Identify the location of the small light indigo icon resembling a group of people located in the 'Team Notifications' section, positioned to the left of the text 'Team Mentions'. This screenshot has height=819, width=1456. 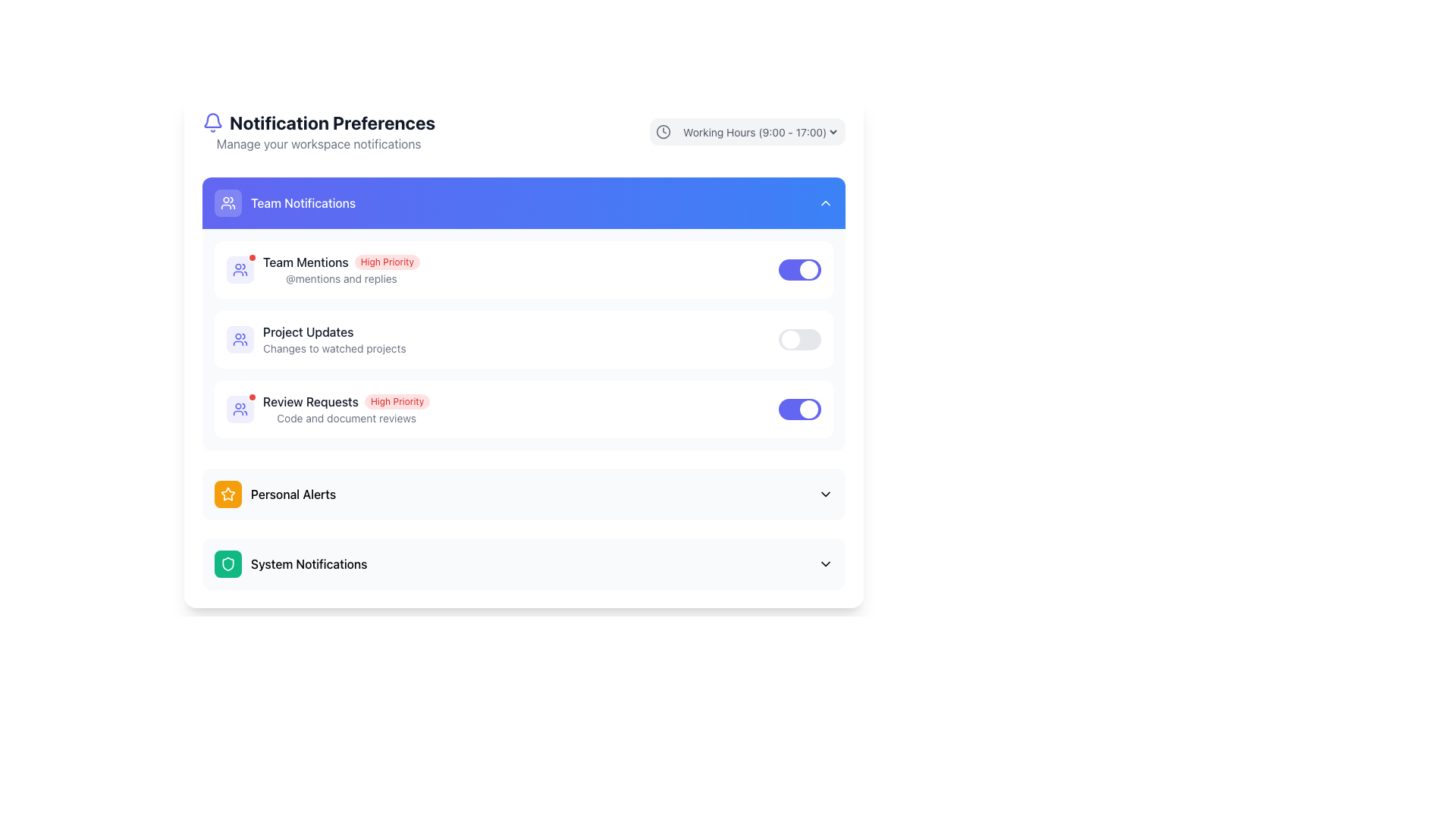
(239, 409).